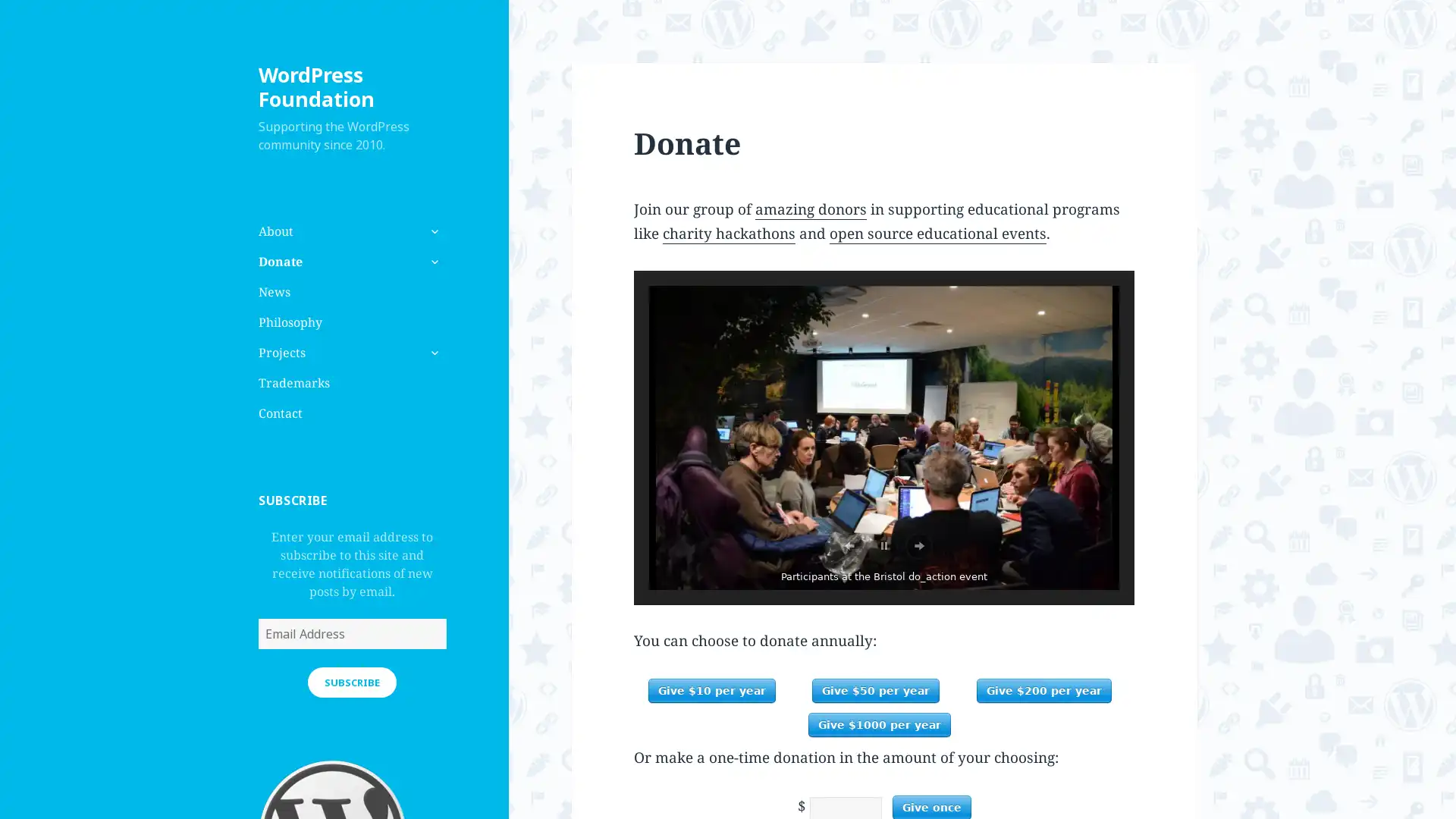 The height and width of the screenshot is (819, 1456). Describe the element at coordinates (1043, 690) in the screenshot. I see `Give $200 per year` at that location.